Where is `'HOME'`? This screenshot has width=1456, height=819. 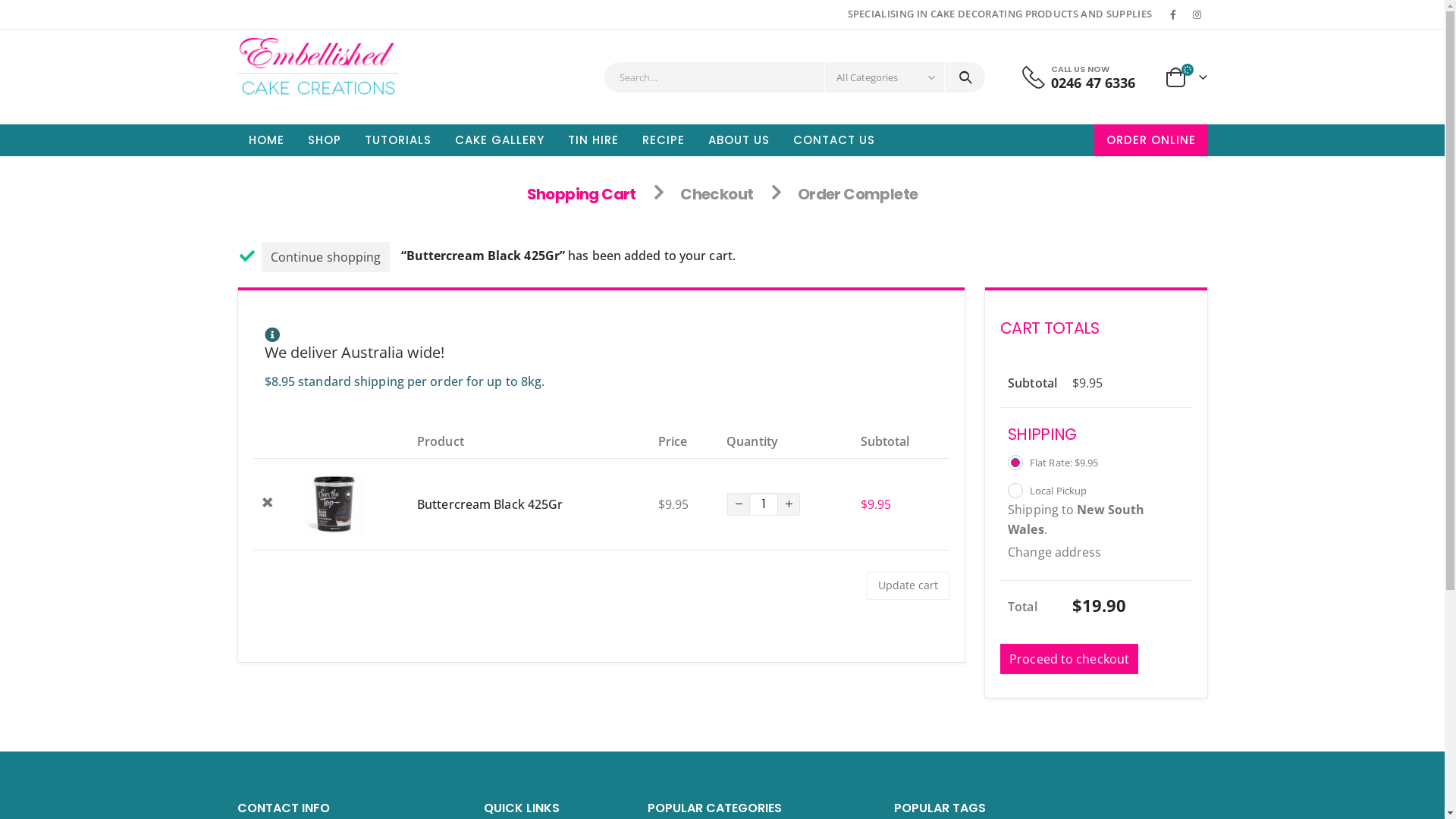 'HOME' is located at coordinates (265, 140).